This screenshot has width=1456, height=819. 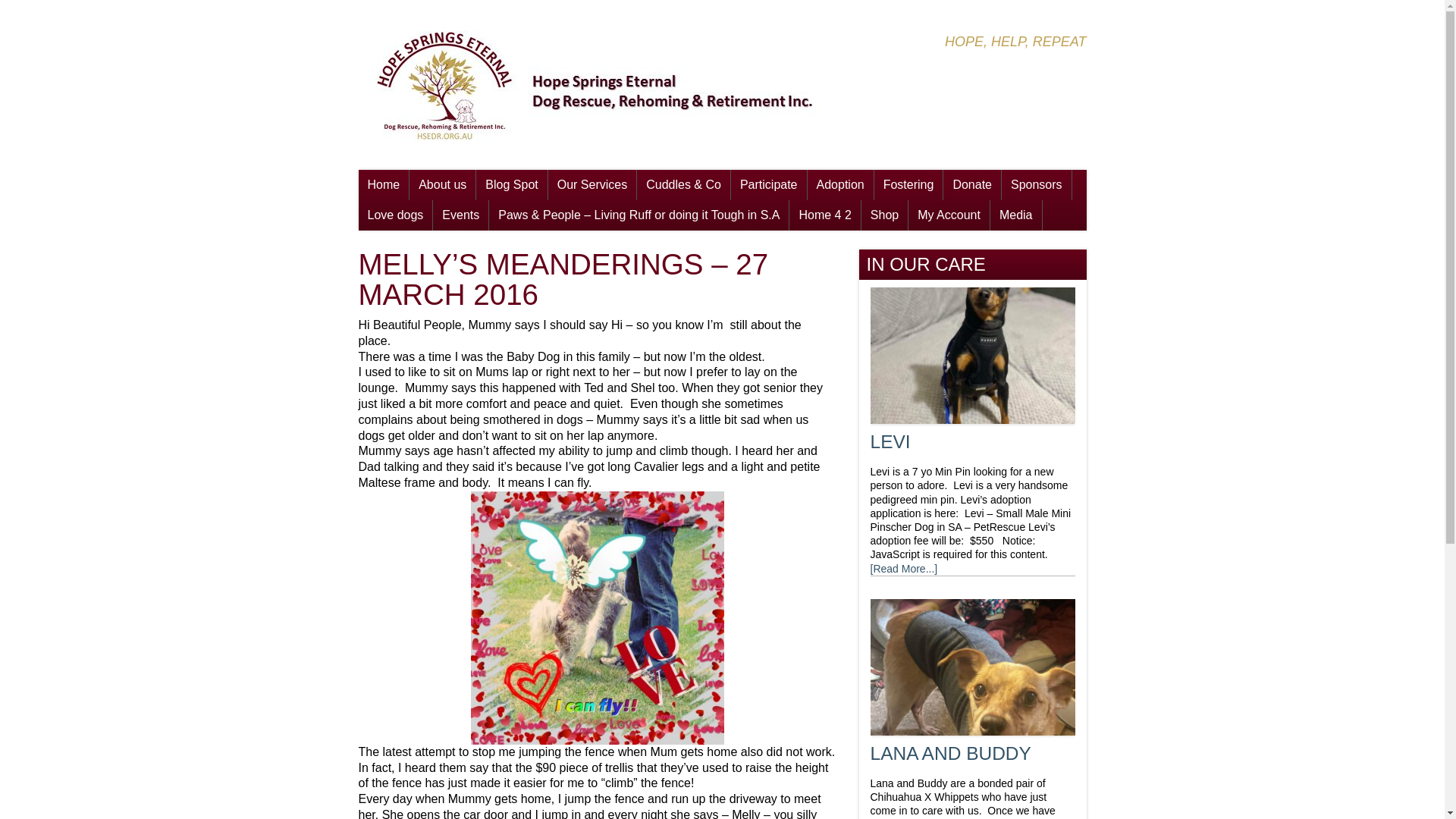 I want to click on 'Blog Spot', so click(x=511, y=184).